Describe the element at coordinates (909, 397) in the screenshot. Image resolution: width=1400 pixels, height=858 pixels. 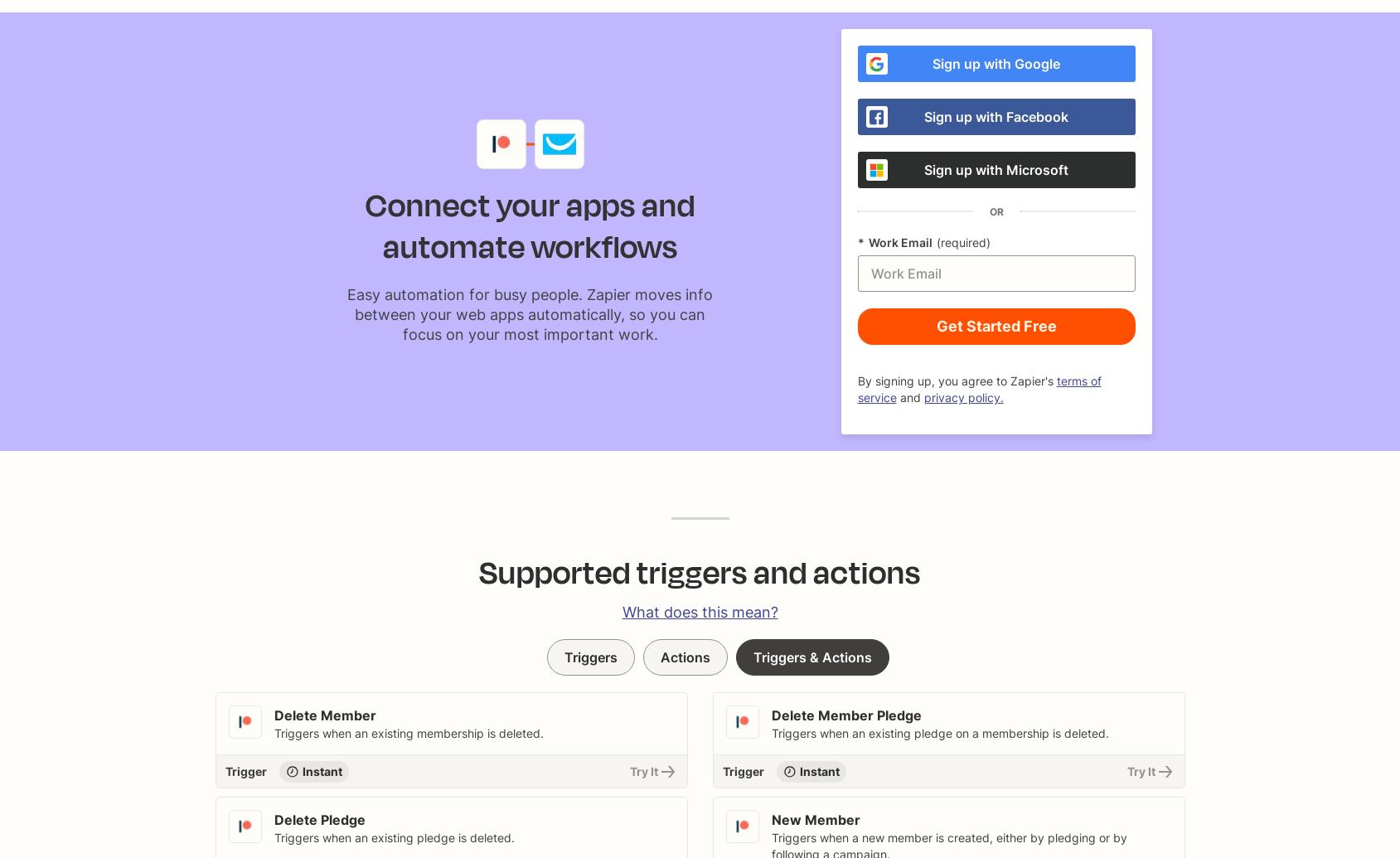
I see `'and'` at that location.